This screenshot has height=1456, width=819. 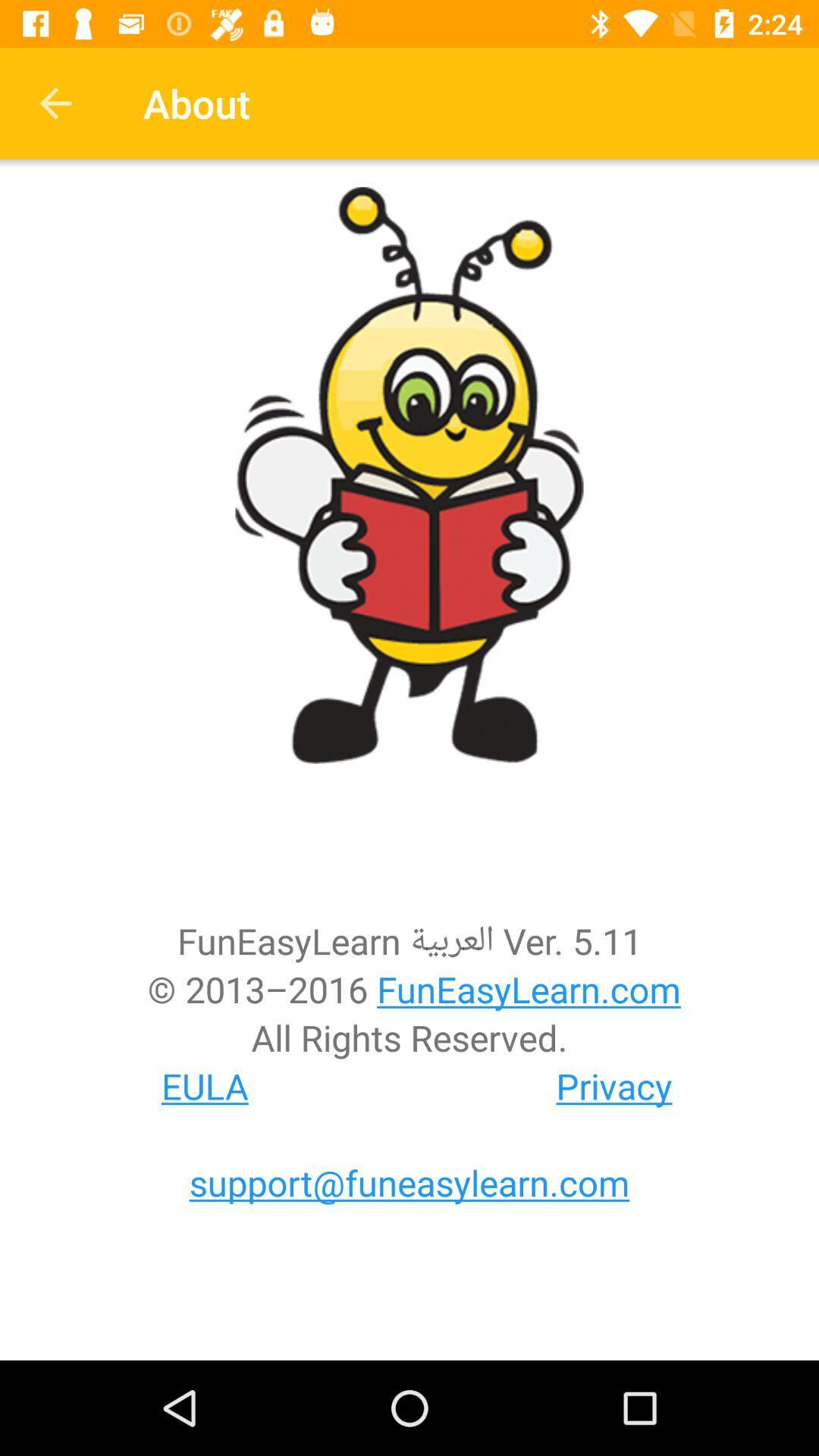 What do you see at coordinates (205, 1085) in the screenshot?
I see `the icon below the all rights reserved. icon` at bounding box center [205, 1085].